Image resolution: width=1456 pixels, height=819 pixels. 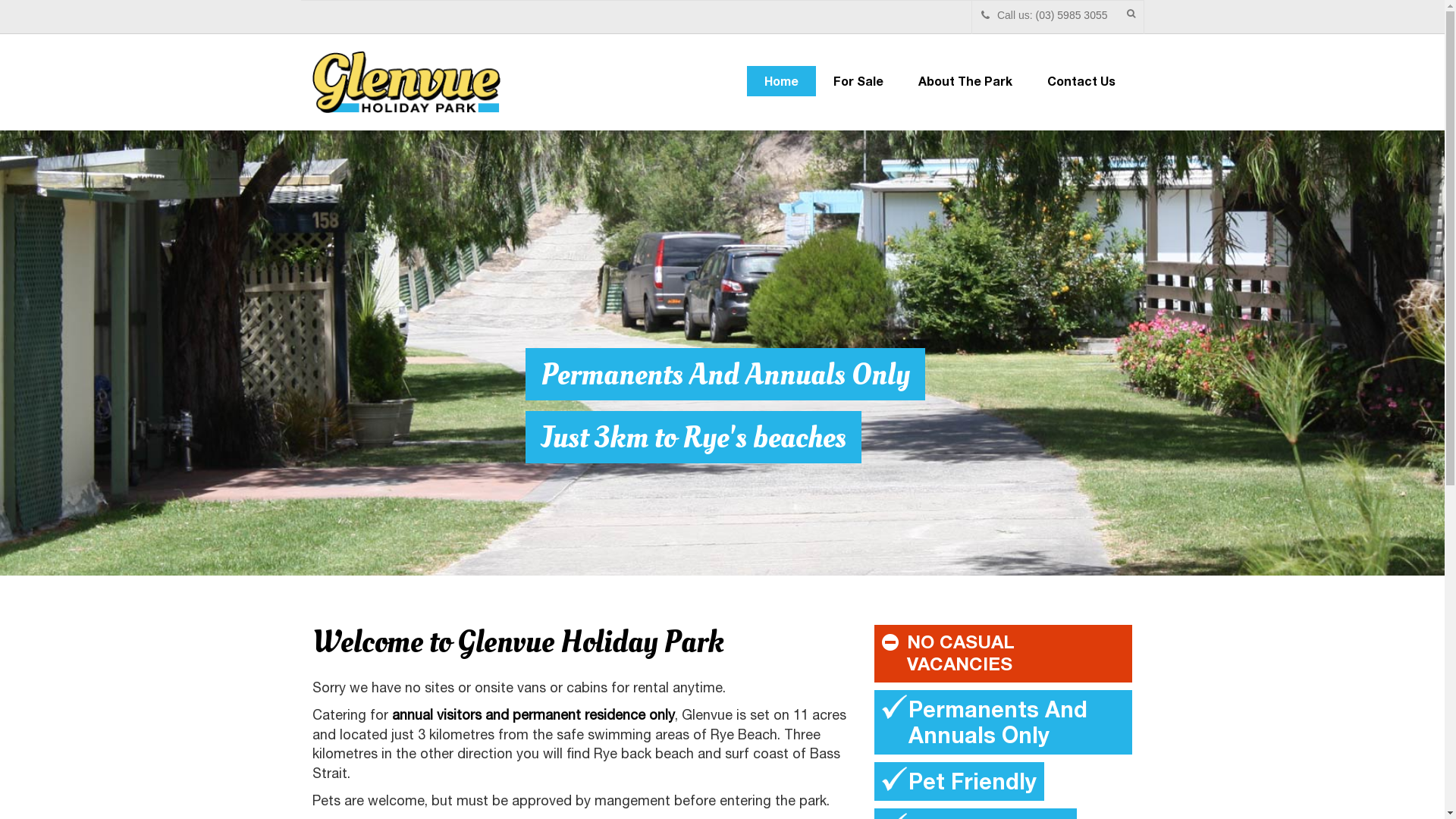 What do you see at coordinates (901, 81) in the screenshot?
I see `'About The Park'` at bounding box center [901, 81].